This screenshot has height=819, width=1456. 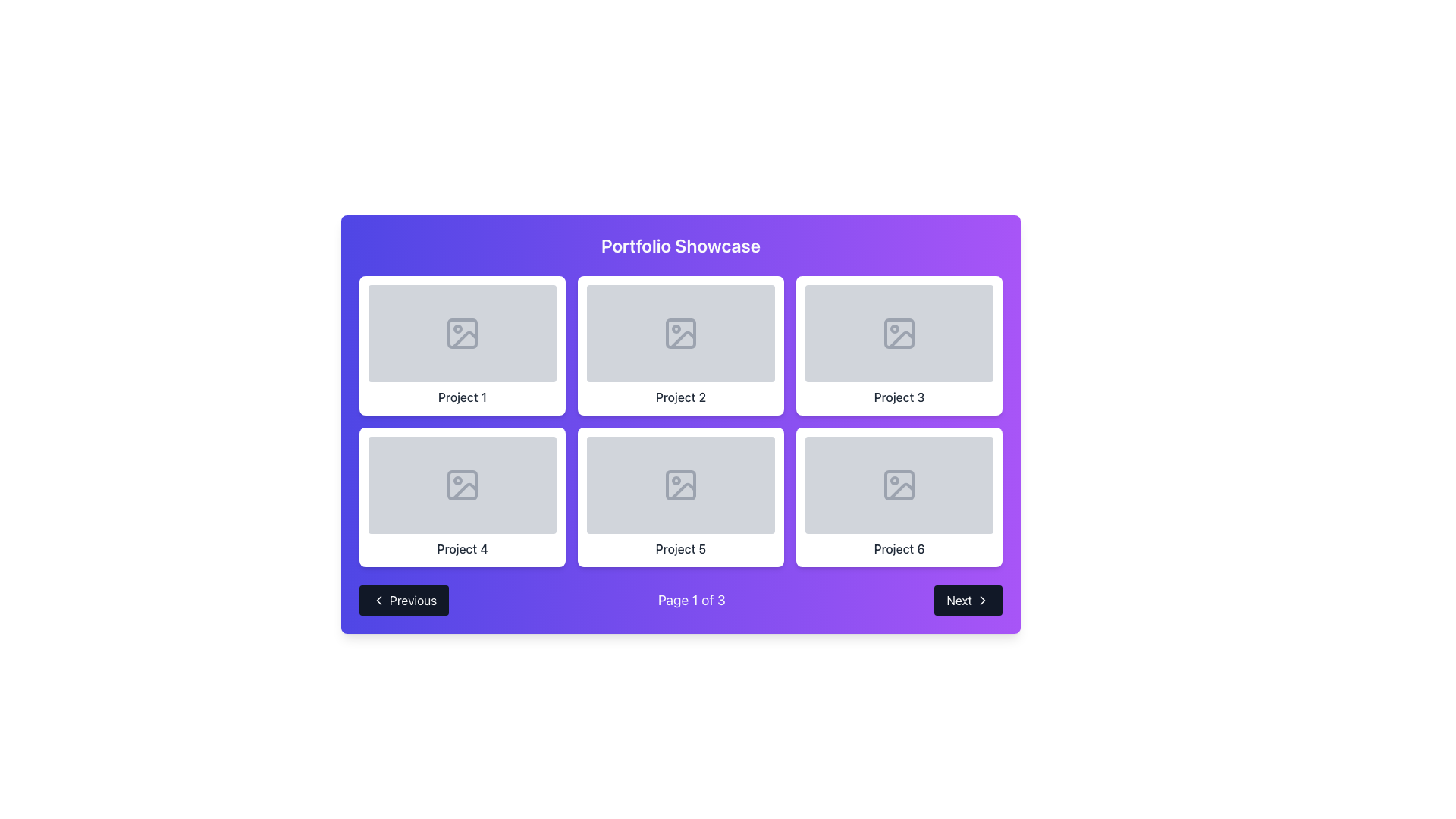 I want to click on the 'Previous' button, which has a dark background and rounded corners, so click(x=404, y=599).